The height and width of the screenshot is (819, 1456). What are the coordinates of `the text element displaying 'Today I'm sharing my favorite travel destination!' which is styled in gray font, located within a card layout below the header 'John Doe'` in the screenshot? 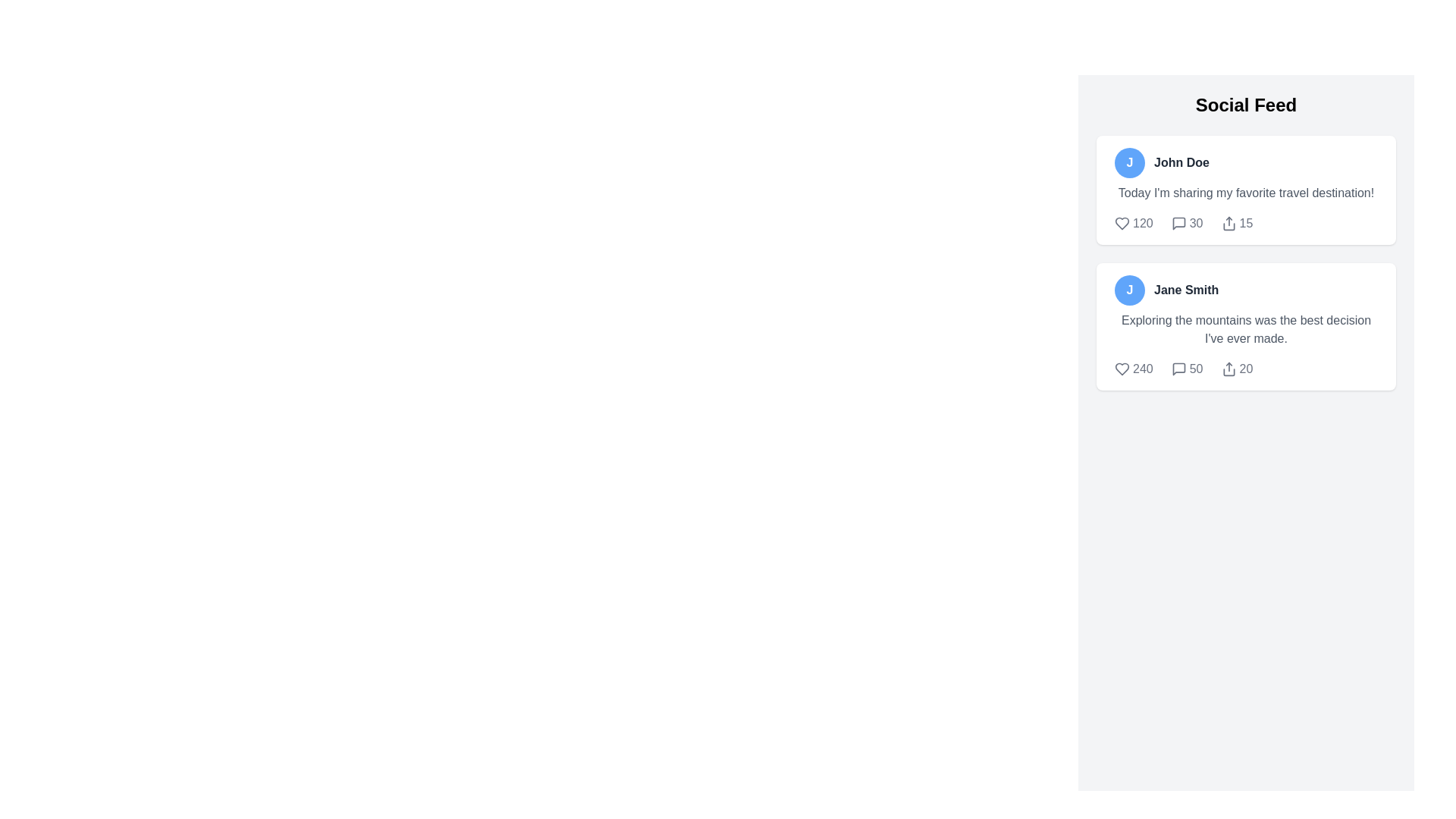 It's located at (1246, 192).